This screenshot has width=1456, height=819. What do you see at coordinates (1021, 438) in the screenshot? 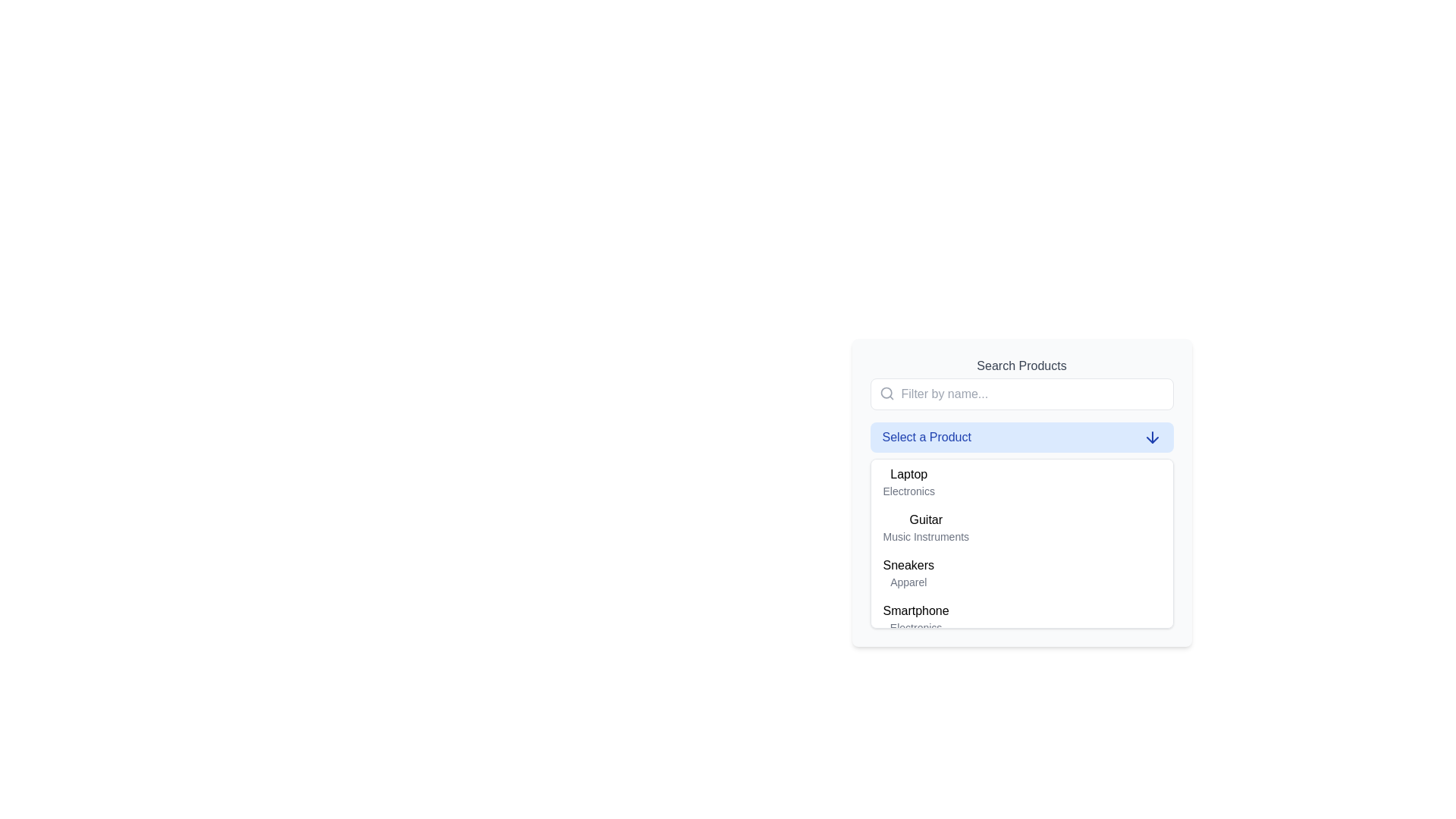
I see `the Dropdown button located within the white box labeled 'Search Products', positioned directly below the search bar, to open the menu for selecting a product` at bounding box center [1021, 438].